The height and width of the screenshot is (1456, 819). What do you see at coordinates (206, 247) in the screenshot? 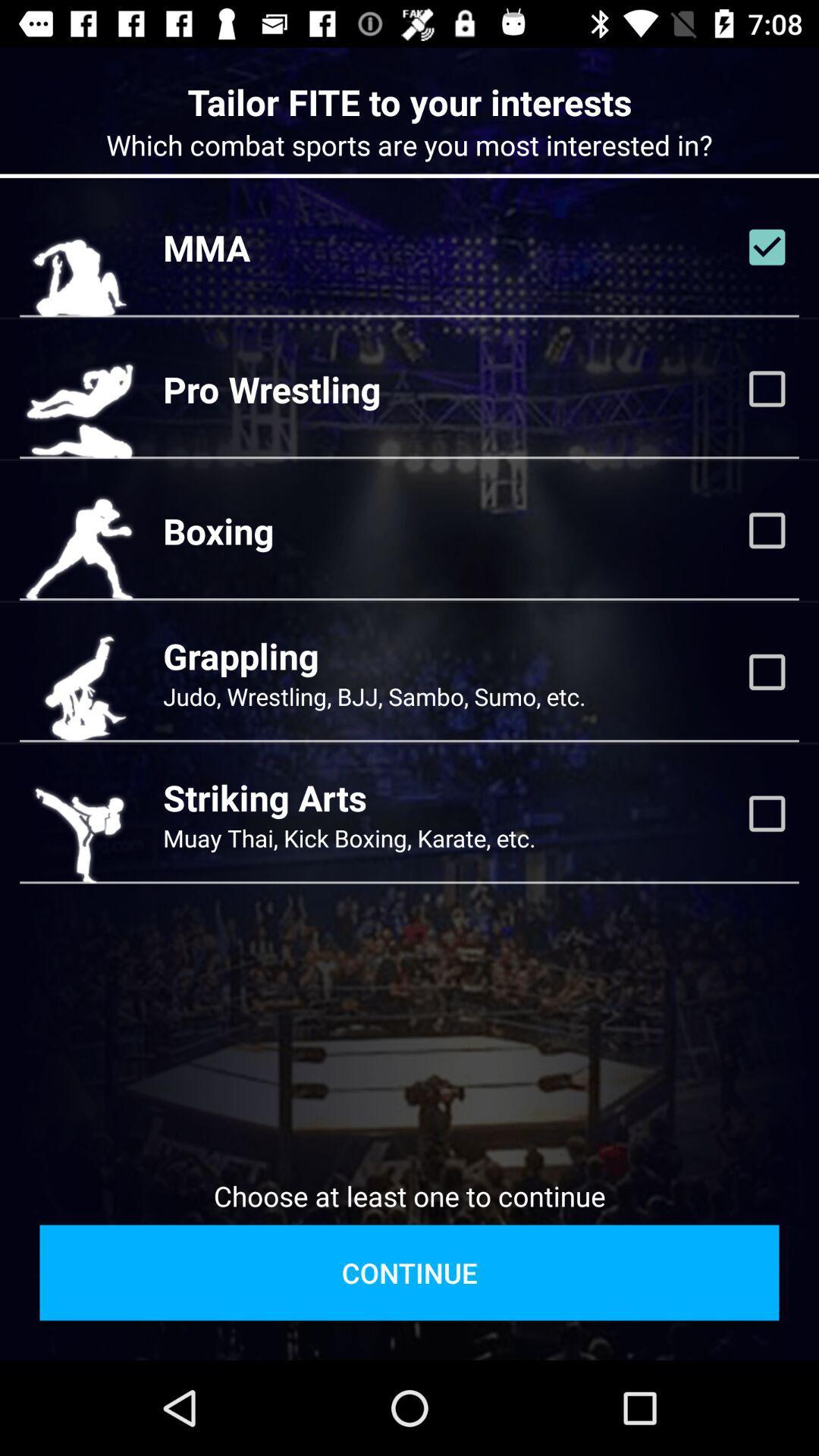
I see `mma item` at bounding box center [206, 247].